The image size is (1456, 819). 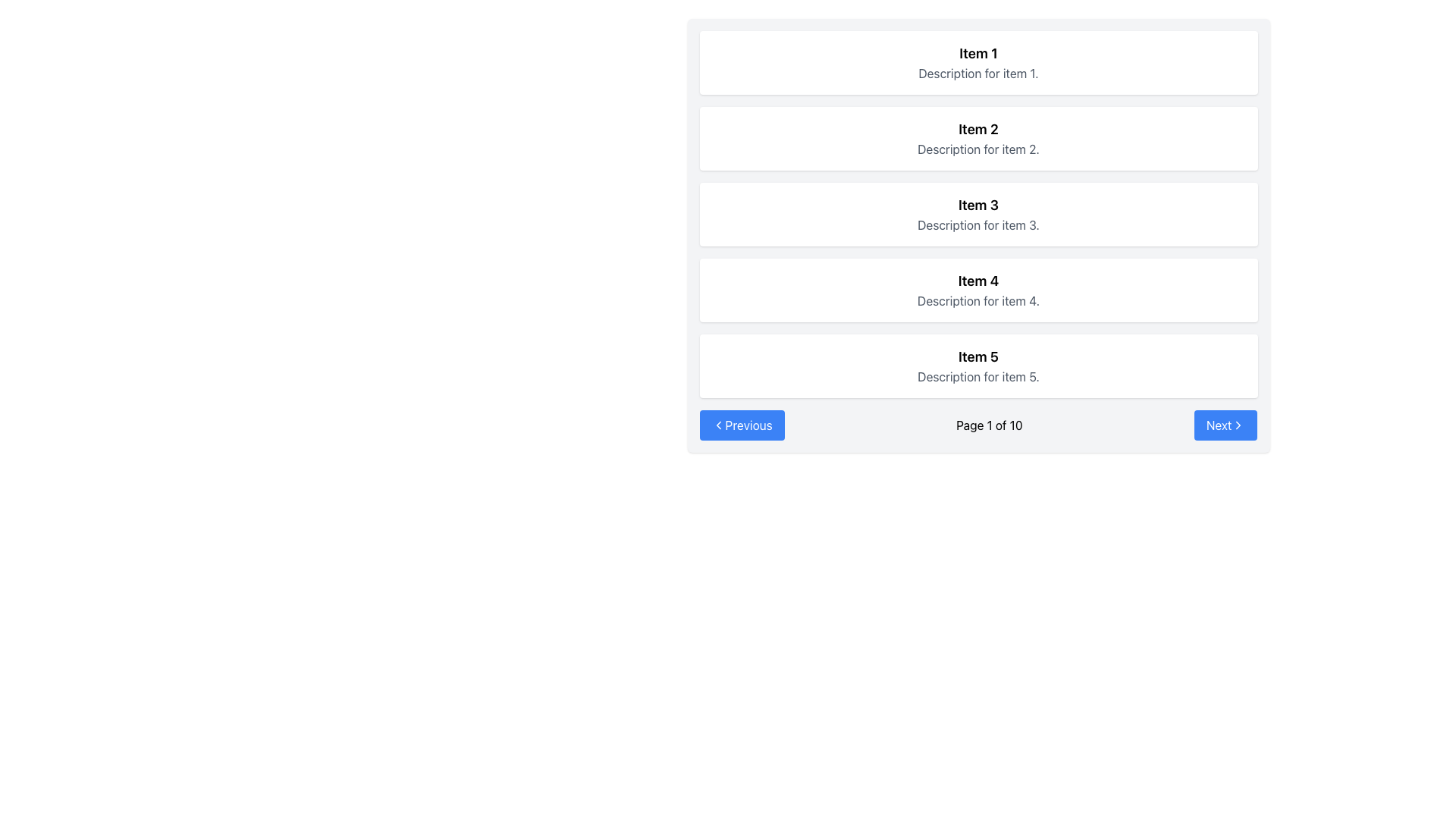 I want to click on the Text label that provides the description for 'Item 3', which is centered vertically and horizontally spans the text 'Description for item 3.', so click(x=978, y=225).